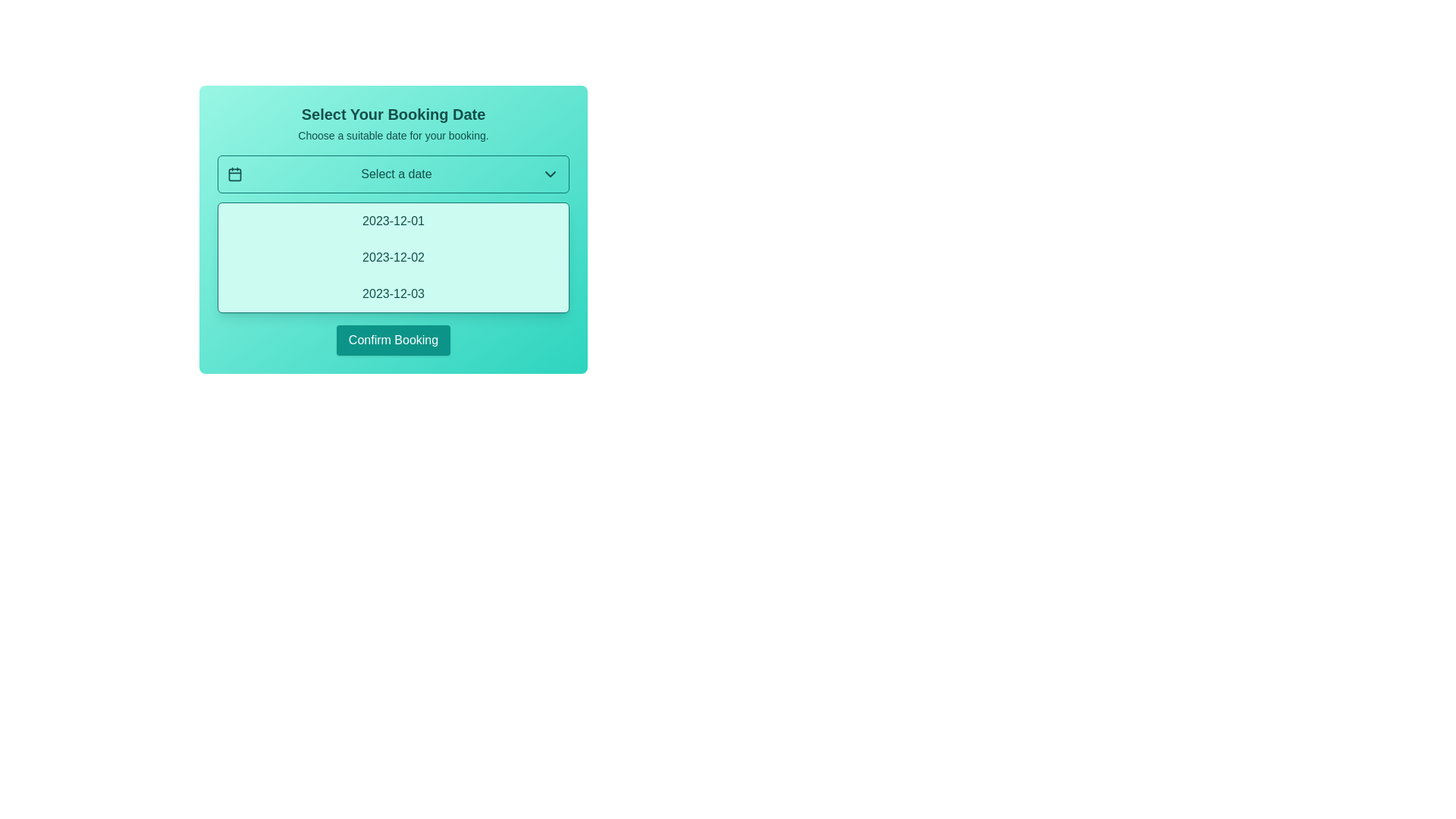 The image size is (1456, 819). Describe the element at coordinates (393, 122) in the screenshot. I see `the Text Block that describes the action required from the user regarding selecting their booking date, located at the upper portion of the card` at that location.